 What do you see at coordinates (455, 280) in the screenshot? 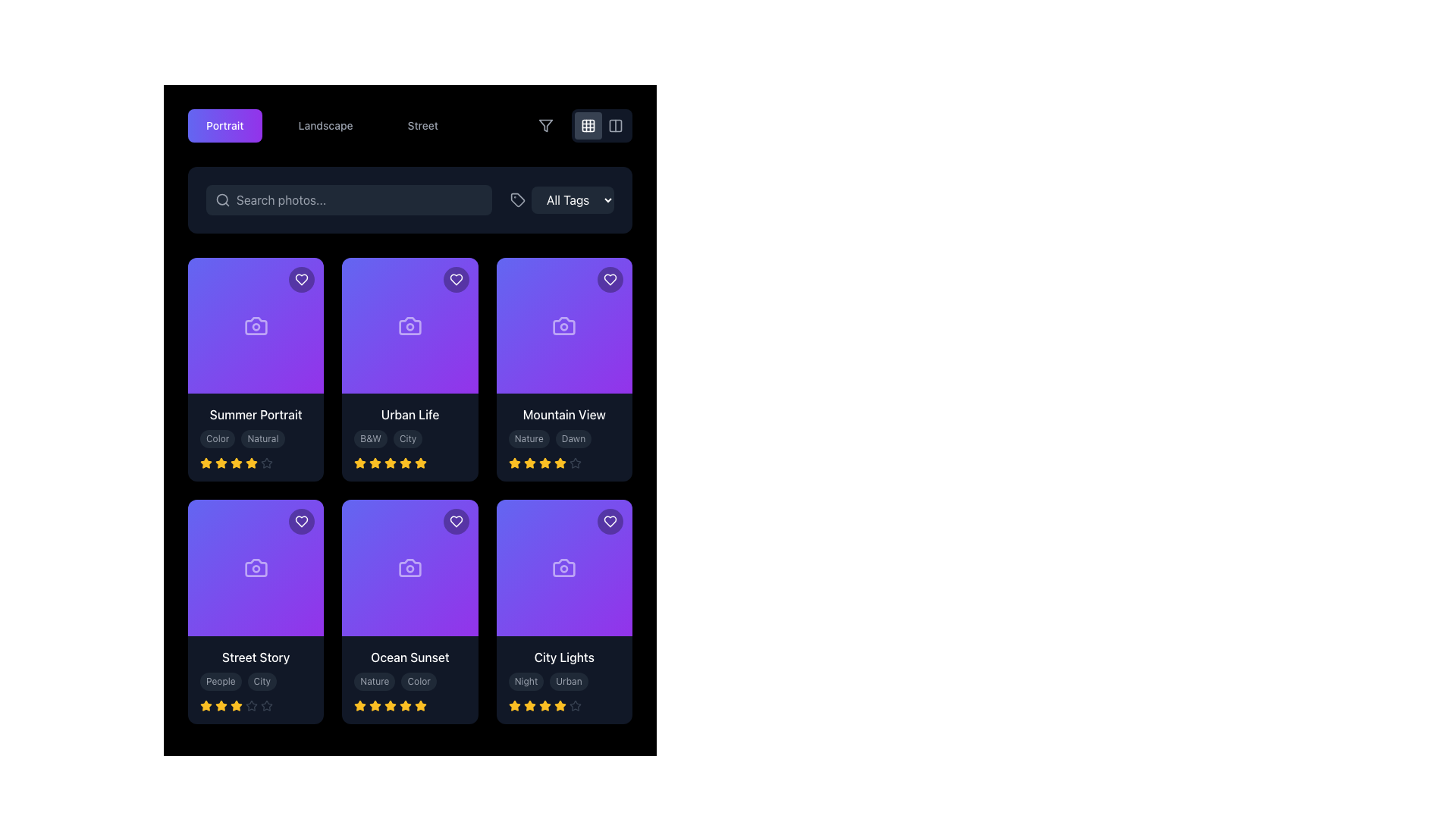
I see `the favorite button located in the top-right corner of the second card in the first row of the grid layout to mark the item as favorite` at bounding box center [455, 280].